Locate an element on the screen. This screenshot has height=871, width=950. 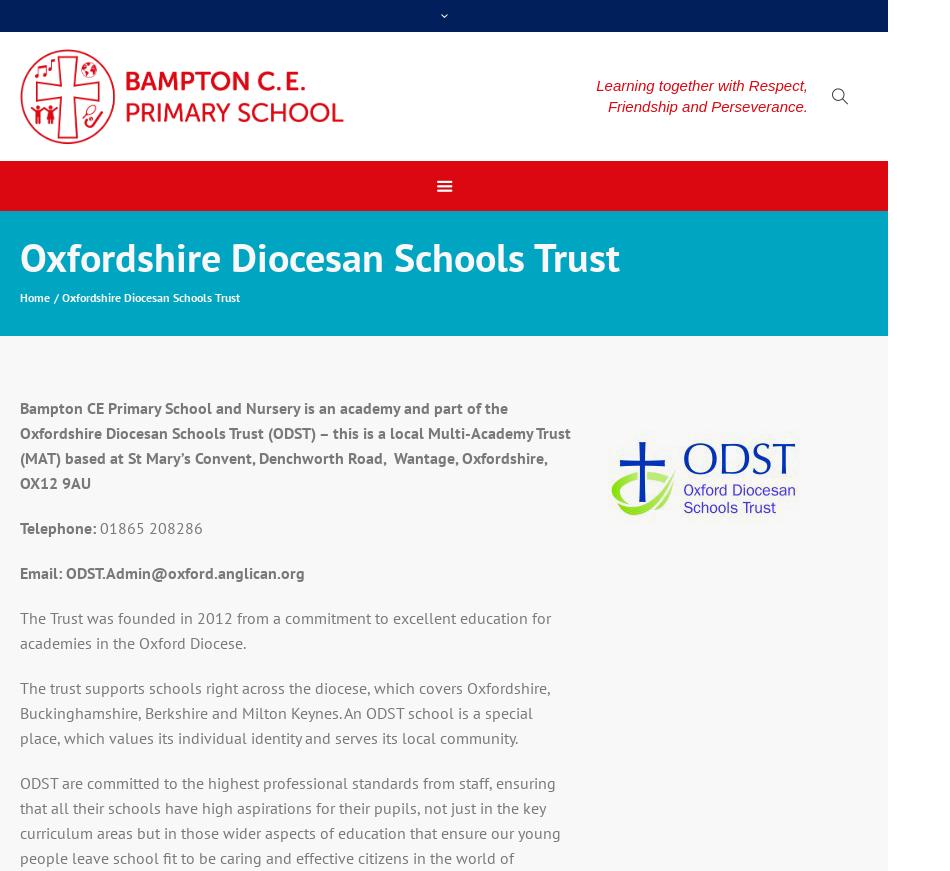
'Learning together with Respect,' is located at coordinates (701, 83).